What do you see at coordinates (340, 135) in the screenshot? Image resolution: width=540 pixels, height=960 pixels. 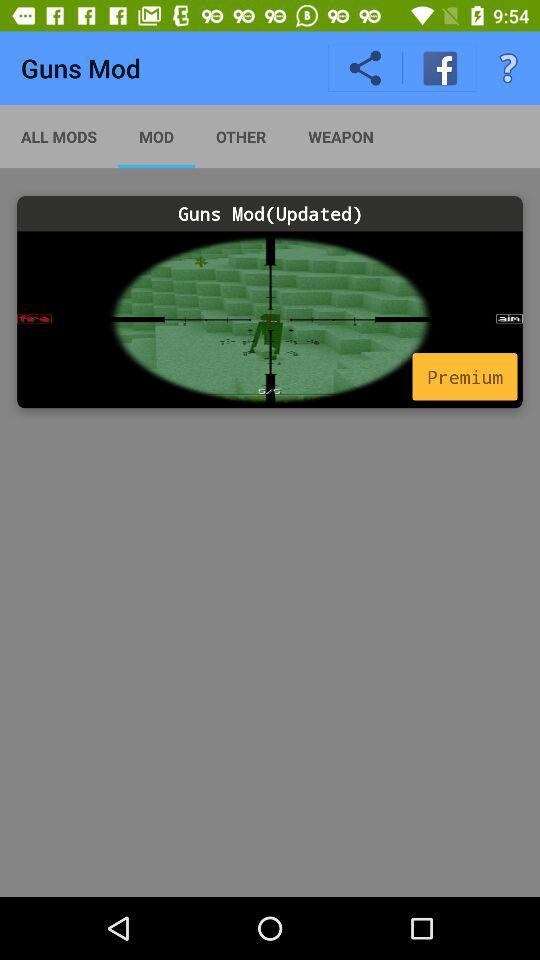 I see `the weapon app` at bounding box center [340, 135].